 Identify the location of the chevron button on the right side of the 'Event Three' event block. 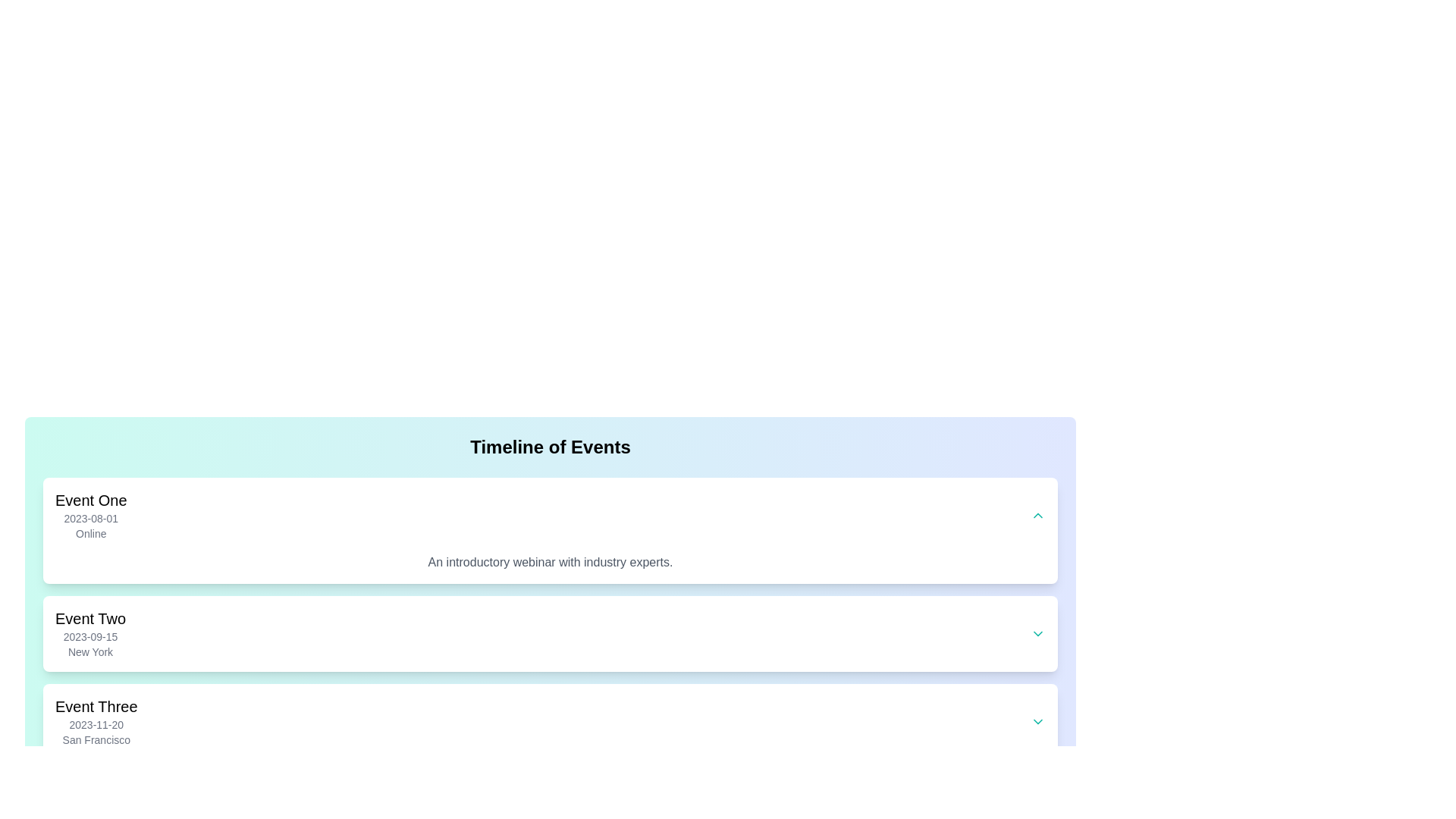
(1037, 721).